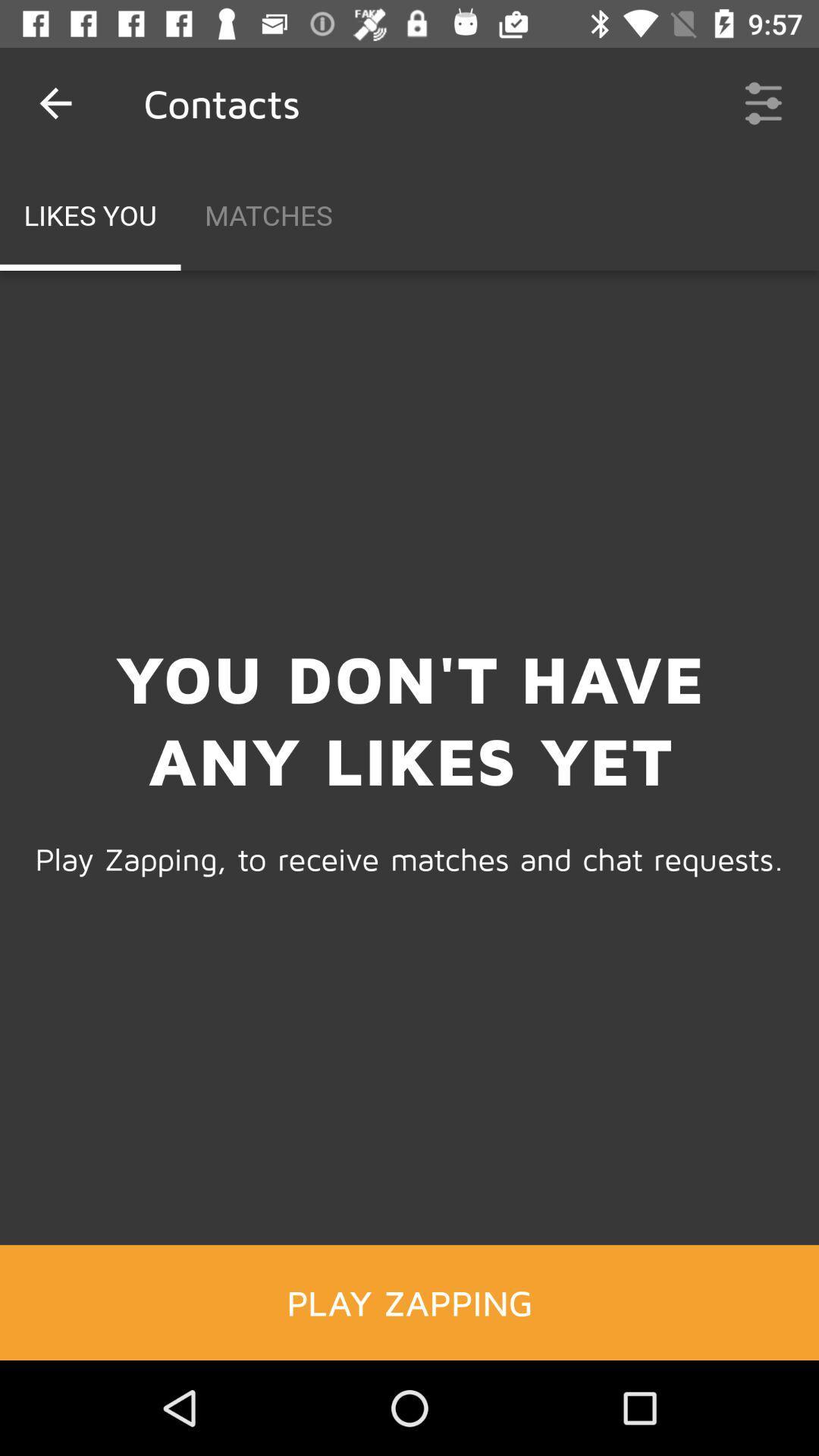 The image size is (819, 1456). What do you see at coordinates (55, 102) in the screenshot?
I see `icon next to contacts item` at bounding box center [55, 102].